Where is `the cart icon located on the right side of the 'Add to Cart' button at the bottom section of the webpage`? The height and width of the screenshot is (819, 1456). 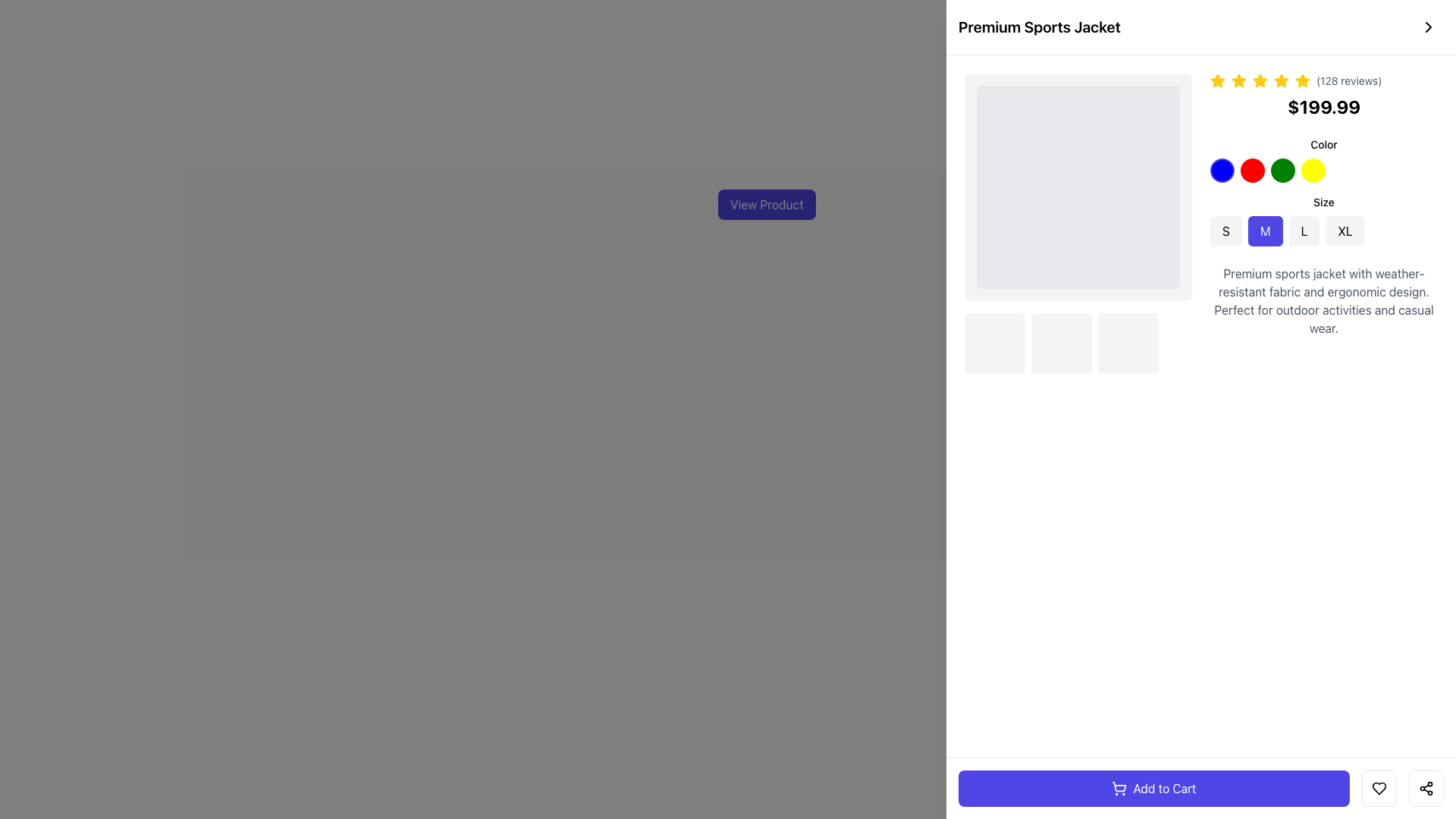
the cart icon located on the right side of the 'Add to Cart' button at the bottom section of the webpage is located at coordinates (1119, 788).